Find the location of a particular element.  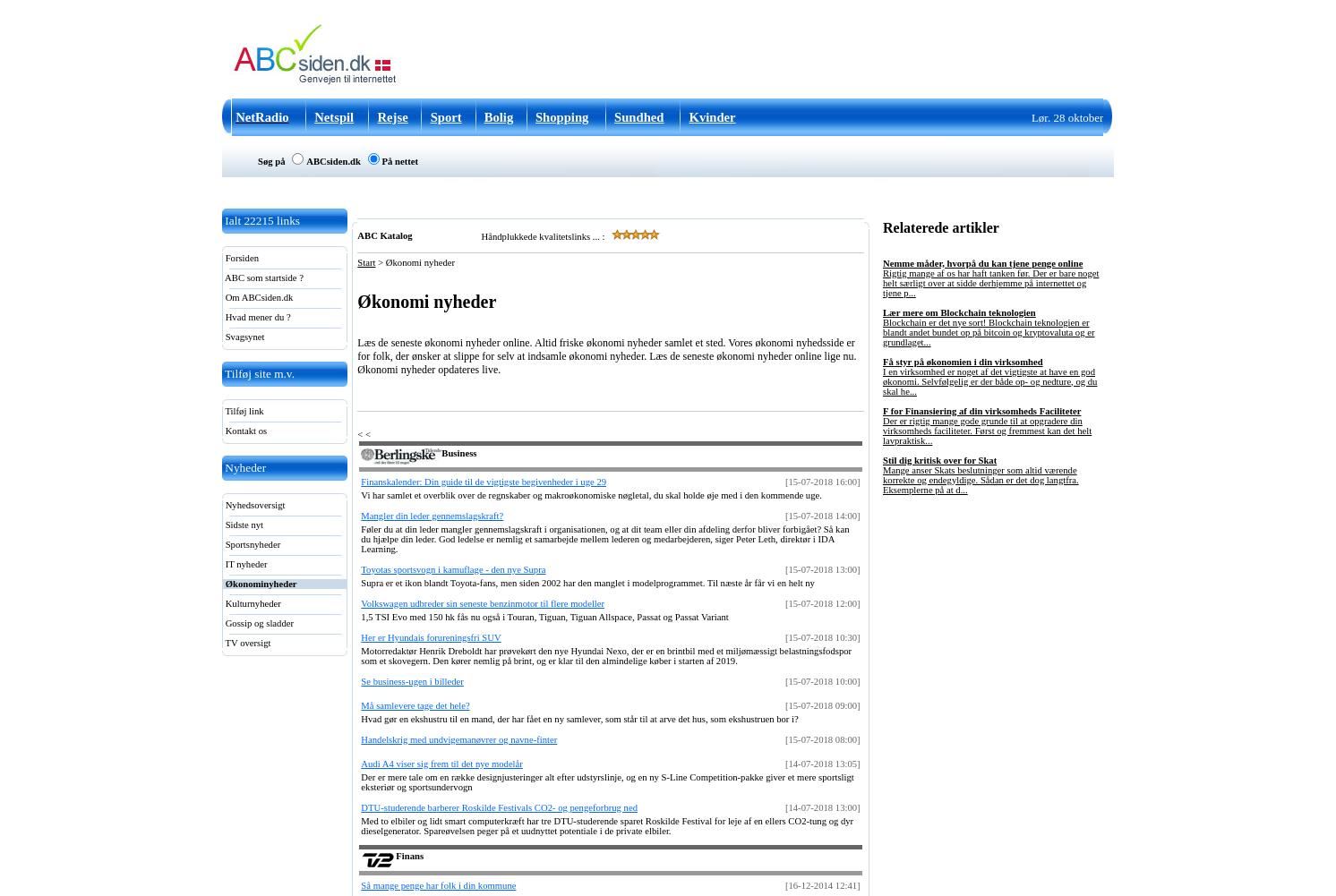

'TV oversigt' is located at coordinates (245, 643).